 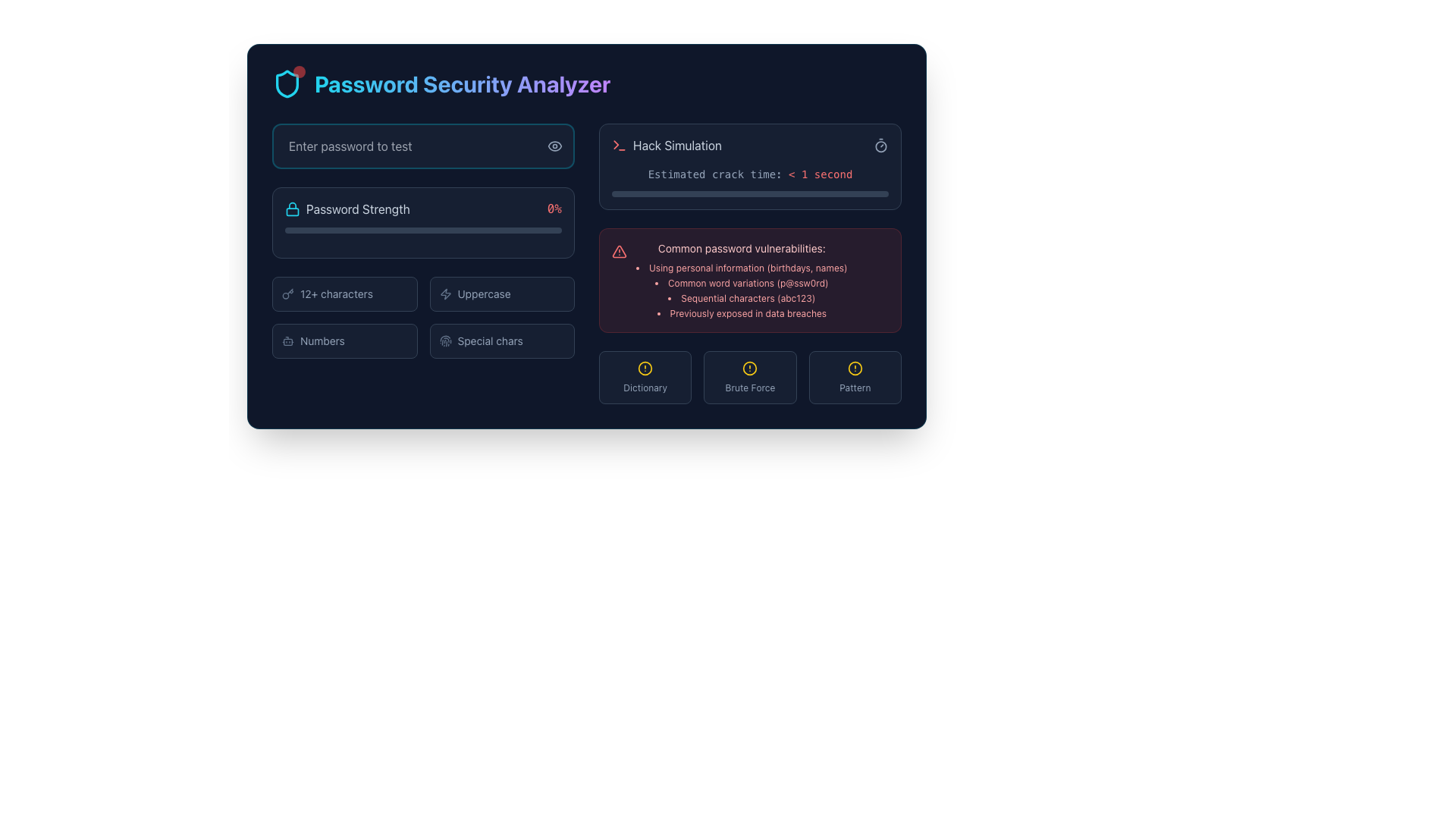 What do you see at coordinates (742, 291) in the screenshot?
I see `text from the unordered list containing examples of common password vulnerabilities, which is located beneath the title 'Common password vulnerabilities:' and is displayed in red text within a dark red background` at bounding box center [742, 291].